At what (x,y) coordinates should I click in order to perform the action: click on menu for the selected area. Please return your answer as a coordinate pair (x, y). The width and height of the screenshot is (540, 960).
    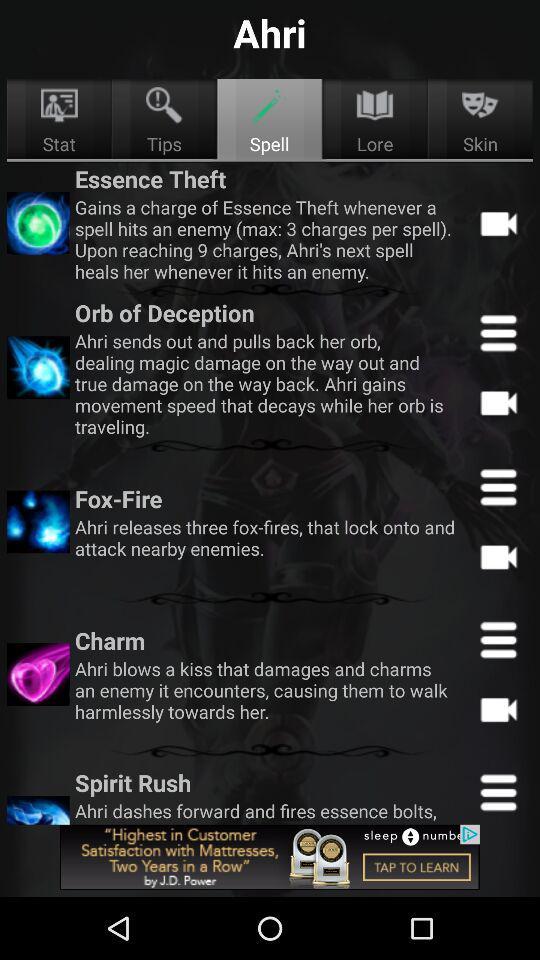
    Looking at the image, I should click on (497, 333).